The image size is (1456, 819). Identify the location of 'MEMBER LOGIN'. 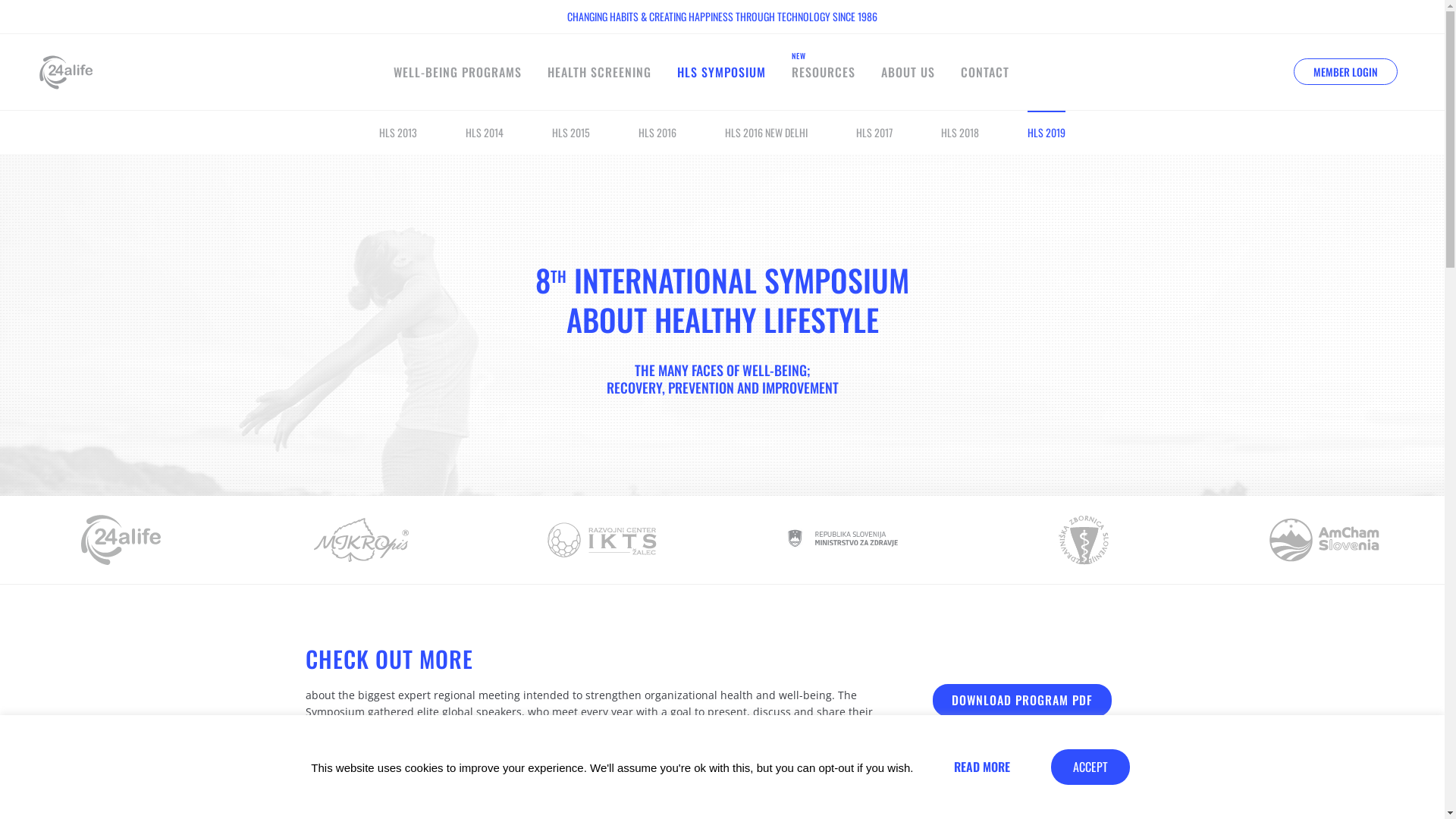
(1345, 71).